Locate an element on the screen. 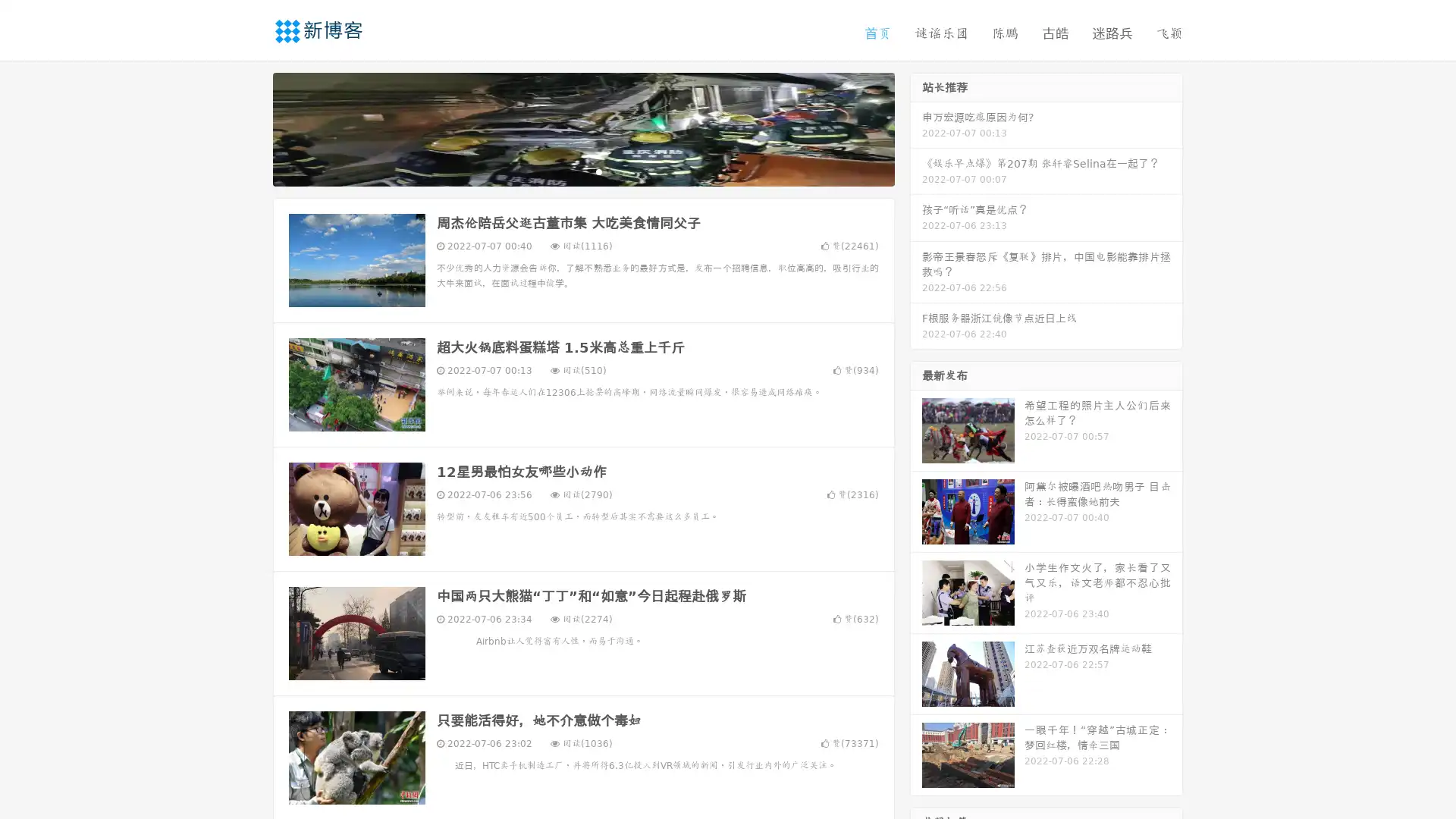  Go to slide 2 is located at coordinates (582, 171).